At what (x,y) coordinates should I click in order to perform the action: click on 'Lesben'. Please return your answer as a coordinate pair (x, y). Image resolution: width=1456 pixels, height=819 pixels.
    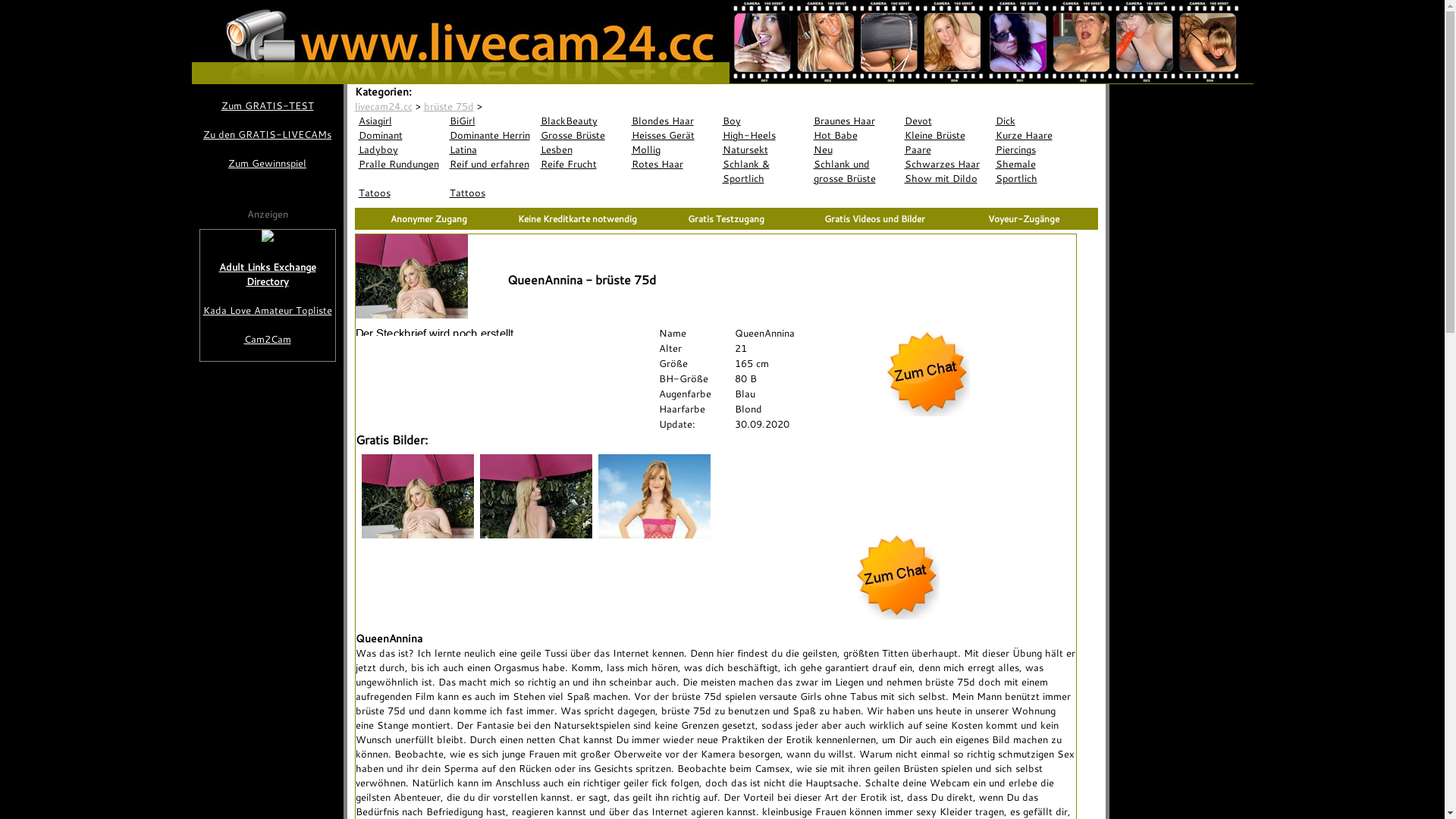
    Looking at the image, I should click on (537, 149).